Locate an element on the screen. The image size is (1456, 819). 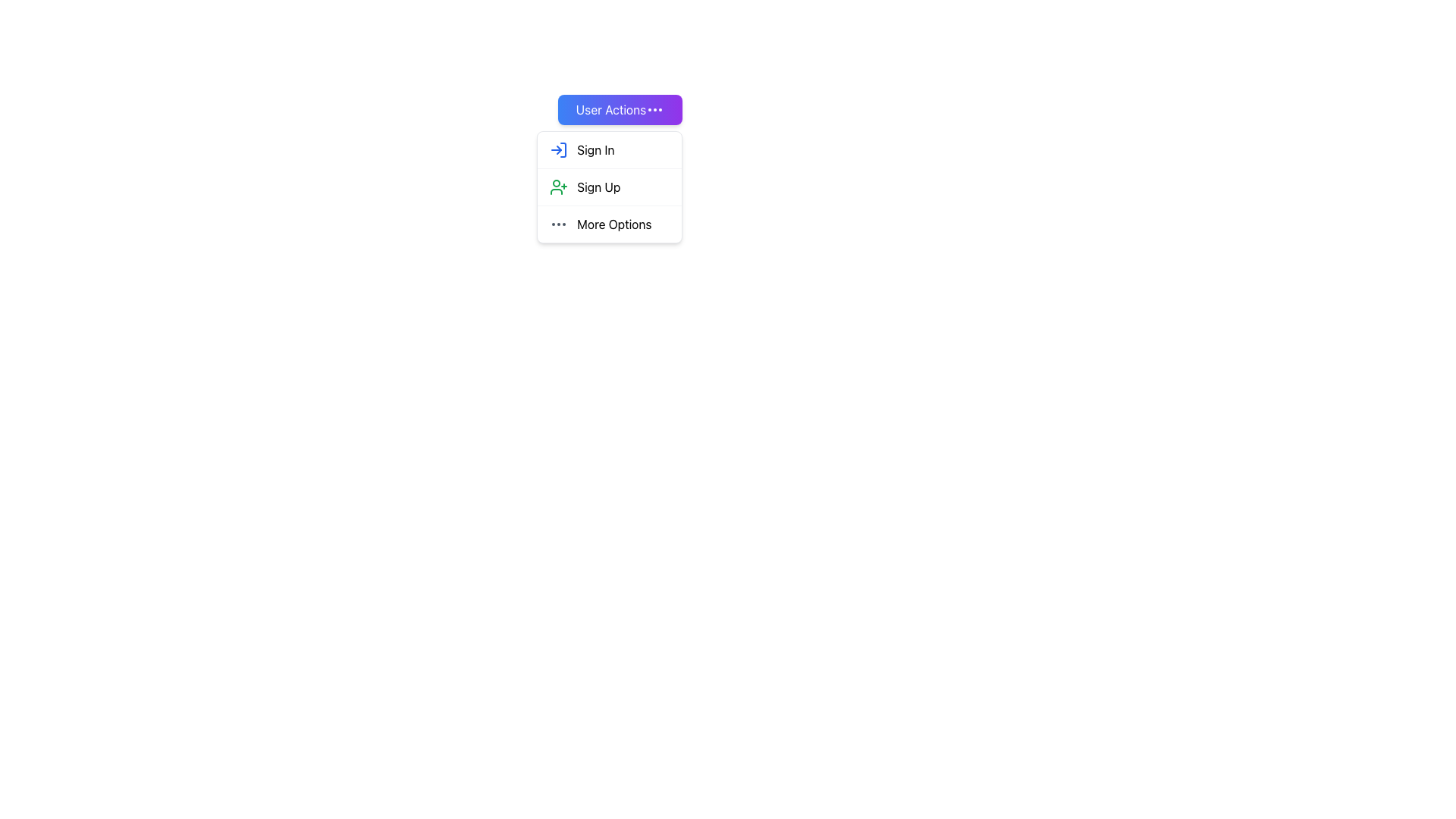
the second item in the 'User Actions' dropdown menu, which initiates the registration process is located at coordinates (610, 186).